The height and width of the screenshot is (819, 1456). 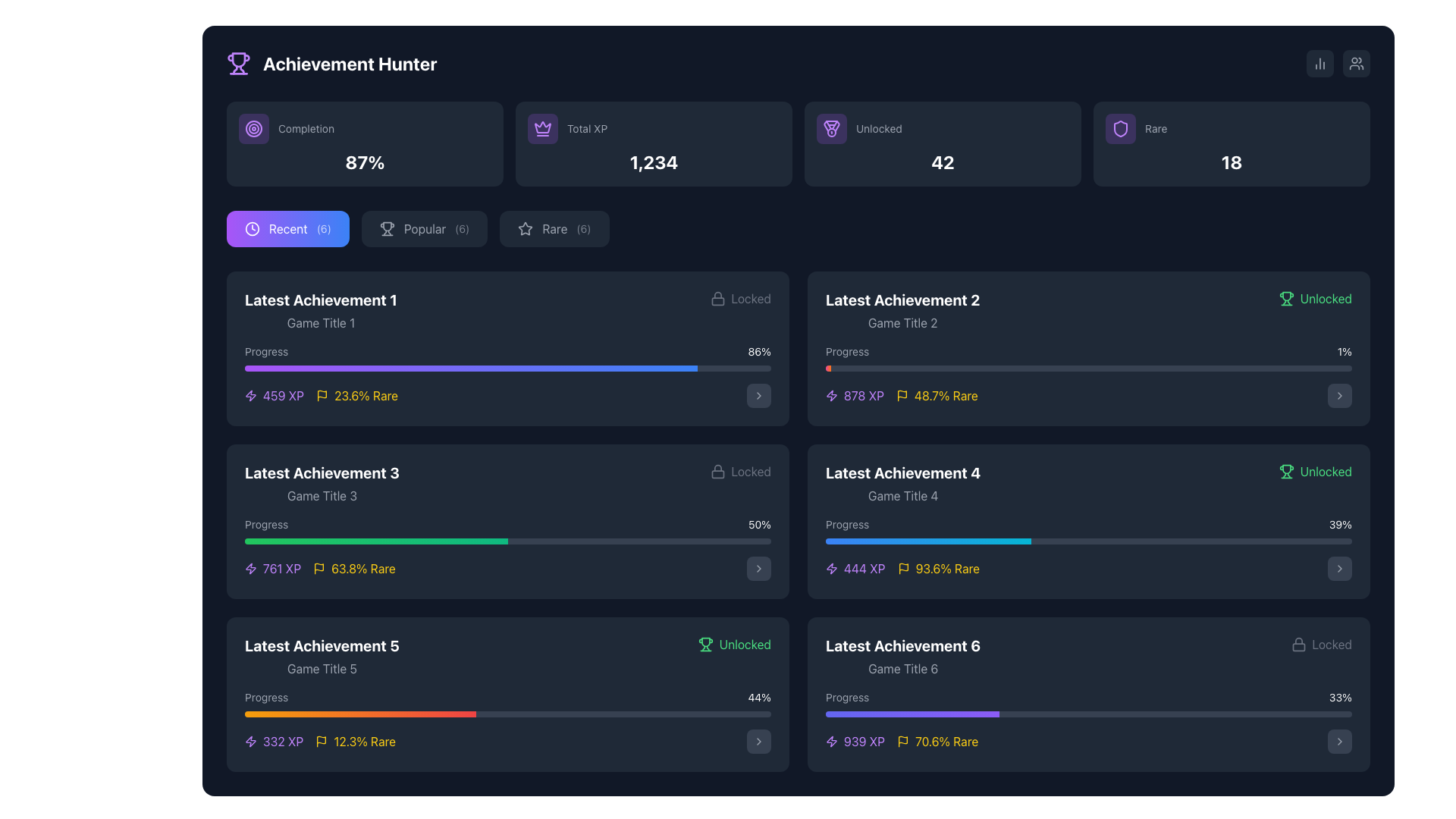 What do you see at coordinates (734, 644) in the screenshot?
I see `the 'Unlocked' trophy icon and label combination located in the 'Latest Achievement 5' section, which is styled in green color and aligned centrally` at bounding box center [734, 644].